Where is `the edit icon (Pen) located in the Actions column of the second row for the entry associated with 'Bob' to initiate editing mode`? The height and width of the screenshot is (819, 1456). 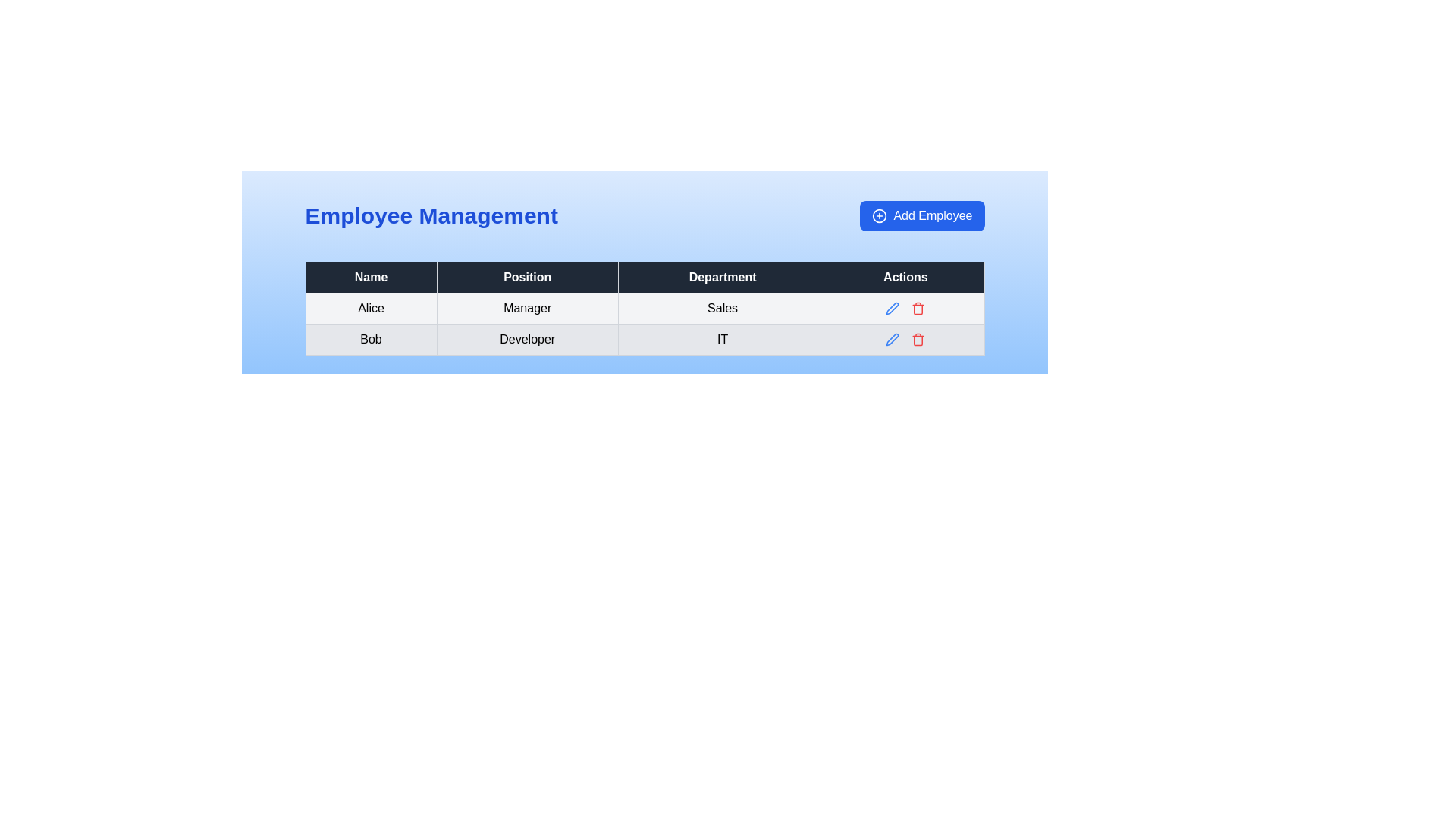
the edit icon (Pen) located in the Actions column of the second row for the entry associated with 'Bob' to initiate editing mode is located at coordinates (893, 308).